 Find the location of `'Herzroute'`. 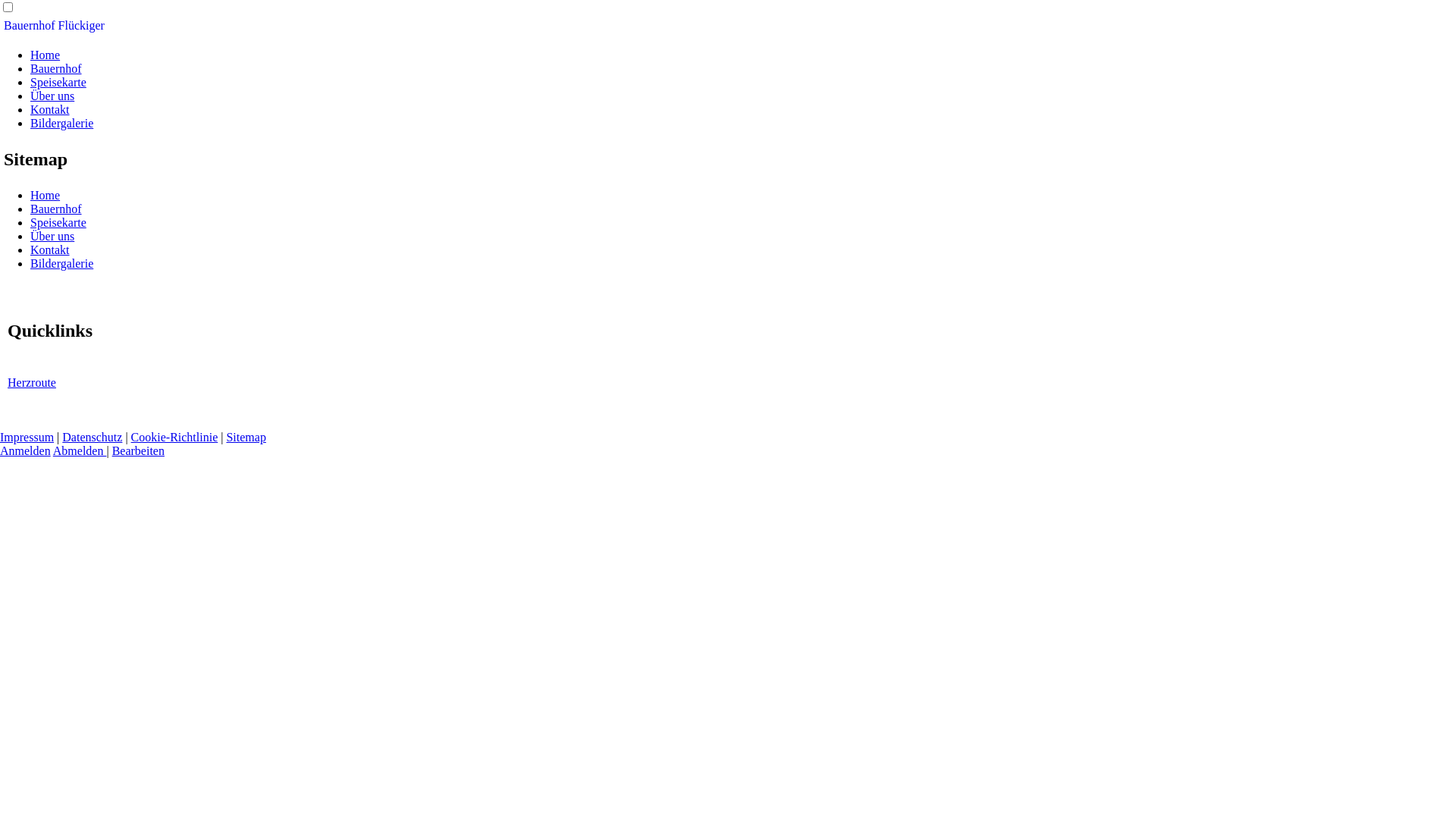

'Herzroute' is located at coordinates (32, 381).